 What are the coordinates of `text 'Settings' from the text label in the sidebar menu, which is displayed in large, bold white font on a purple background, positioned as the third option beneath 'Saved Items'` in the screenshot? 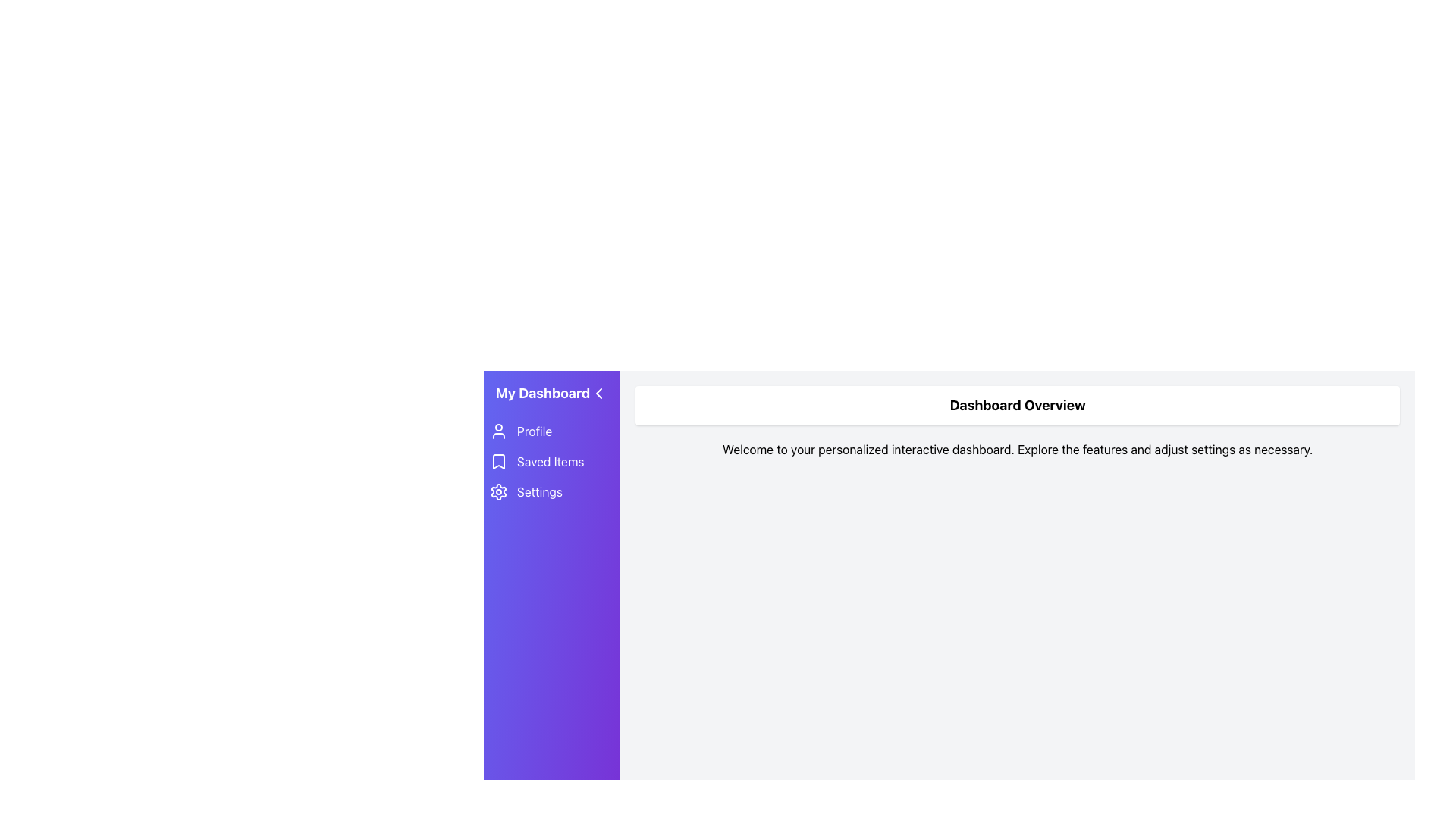 It's located at (539, 491).